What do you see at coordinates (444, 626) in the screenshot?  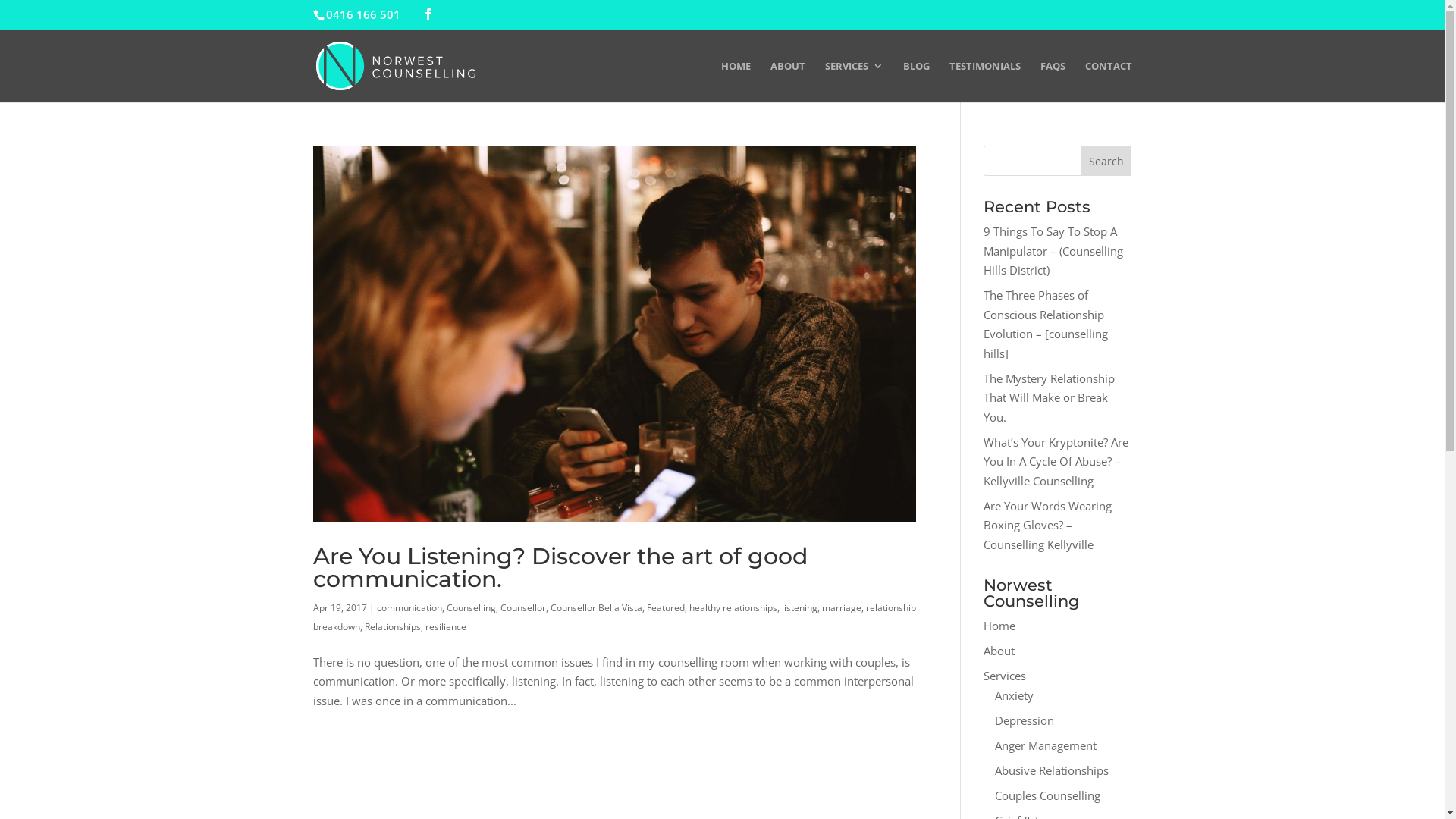 I see `'resilience'` at bounding box center [444, 626].